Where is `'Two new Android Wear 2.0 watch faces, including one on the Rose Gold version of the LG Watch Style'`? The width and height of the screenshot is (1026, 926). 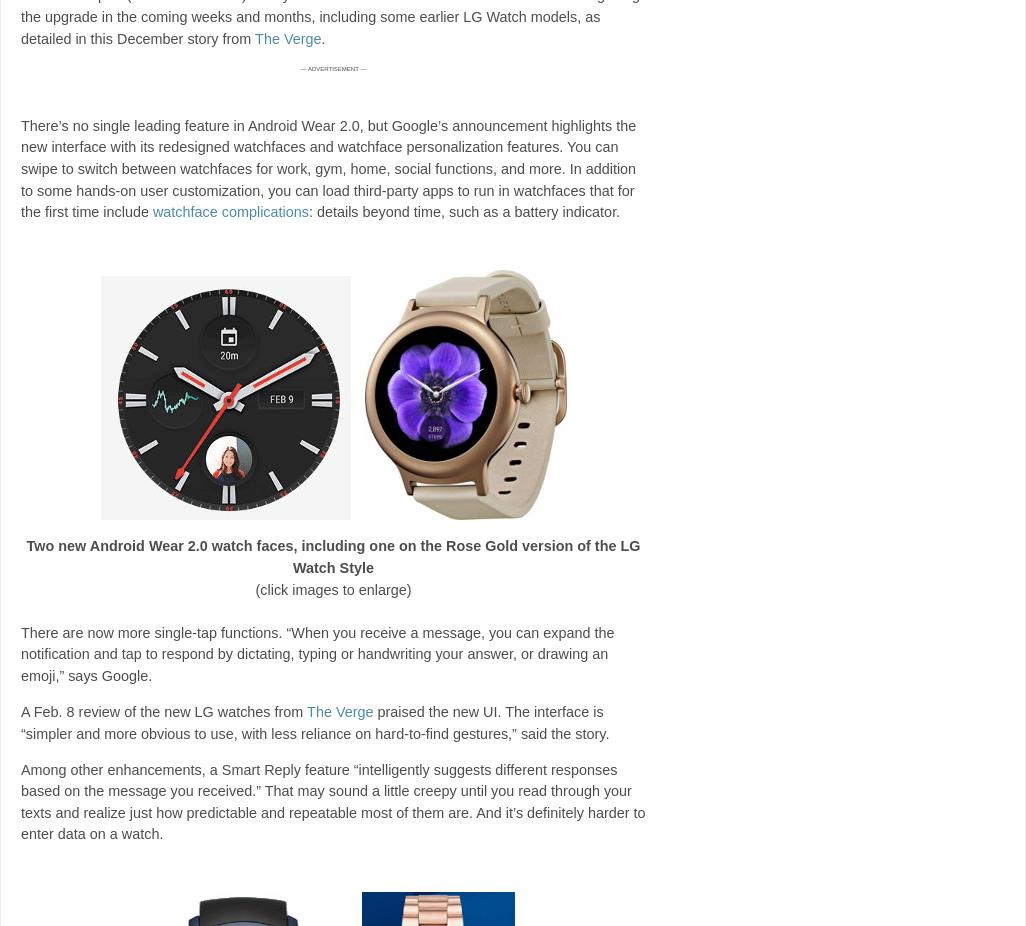 'Two new Android Wear 2.0 watch faces, including one on the Rose Gold version of the LG Watch Style' is located at coordinates (333, 555).